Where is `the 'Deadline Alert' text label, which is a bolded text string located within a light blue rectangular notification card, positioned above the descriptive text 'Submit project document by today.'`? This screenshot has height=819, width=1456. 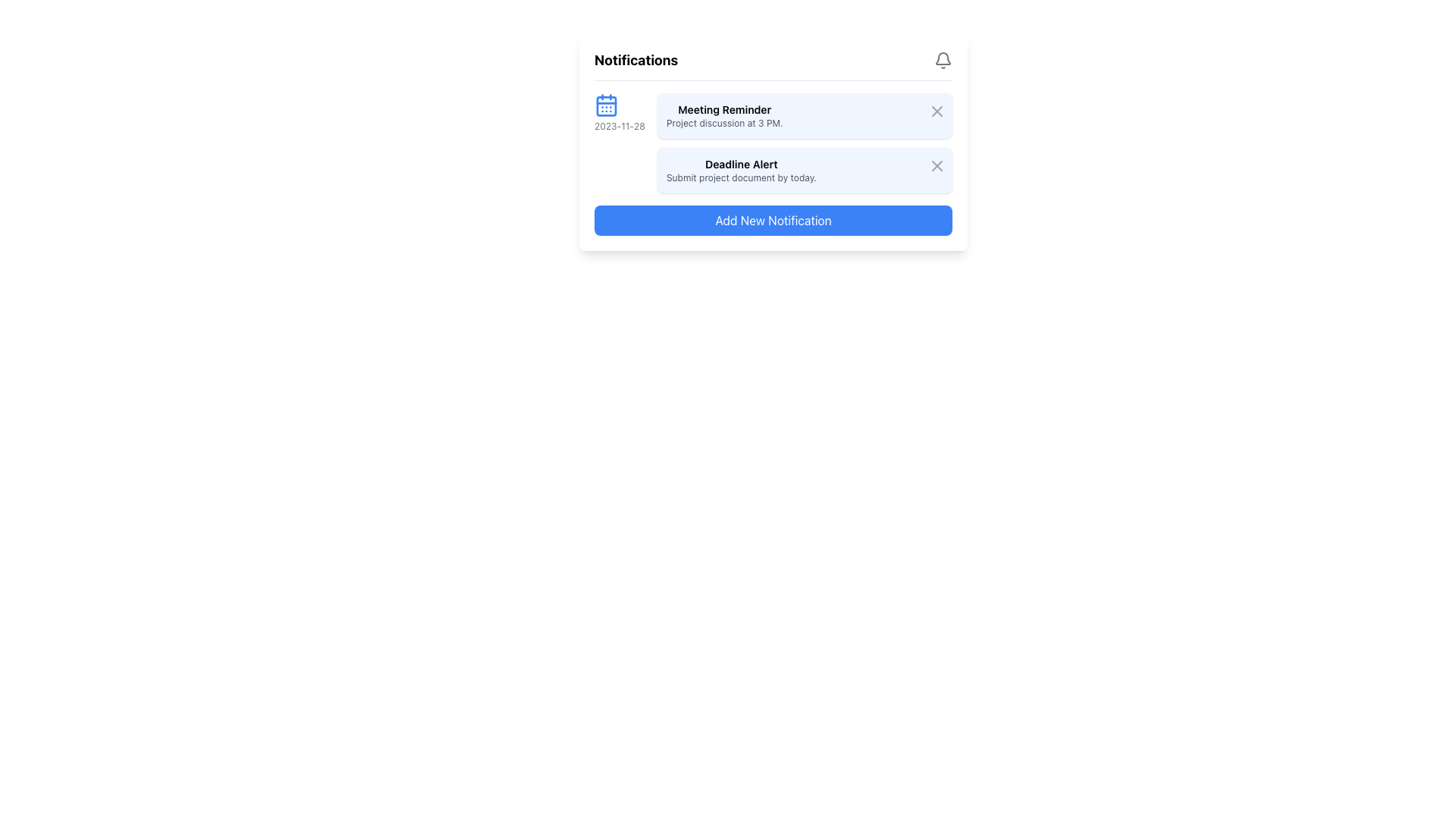 the 'Deadline Alert' text label, which is a bolded text string located within a light blue rectangular notification card, positioned above the descriptive text 'Submit project document by today.' is located at coordinates (741, 164).